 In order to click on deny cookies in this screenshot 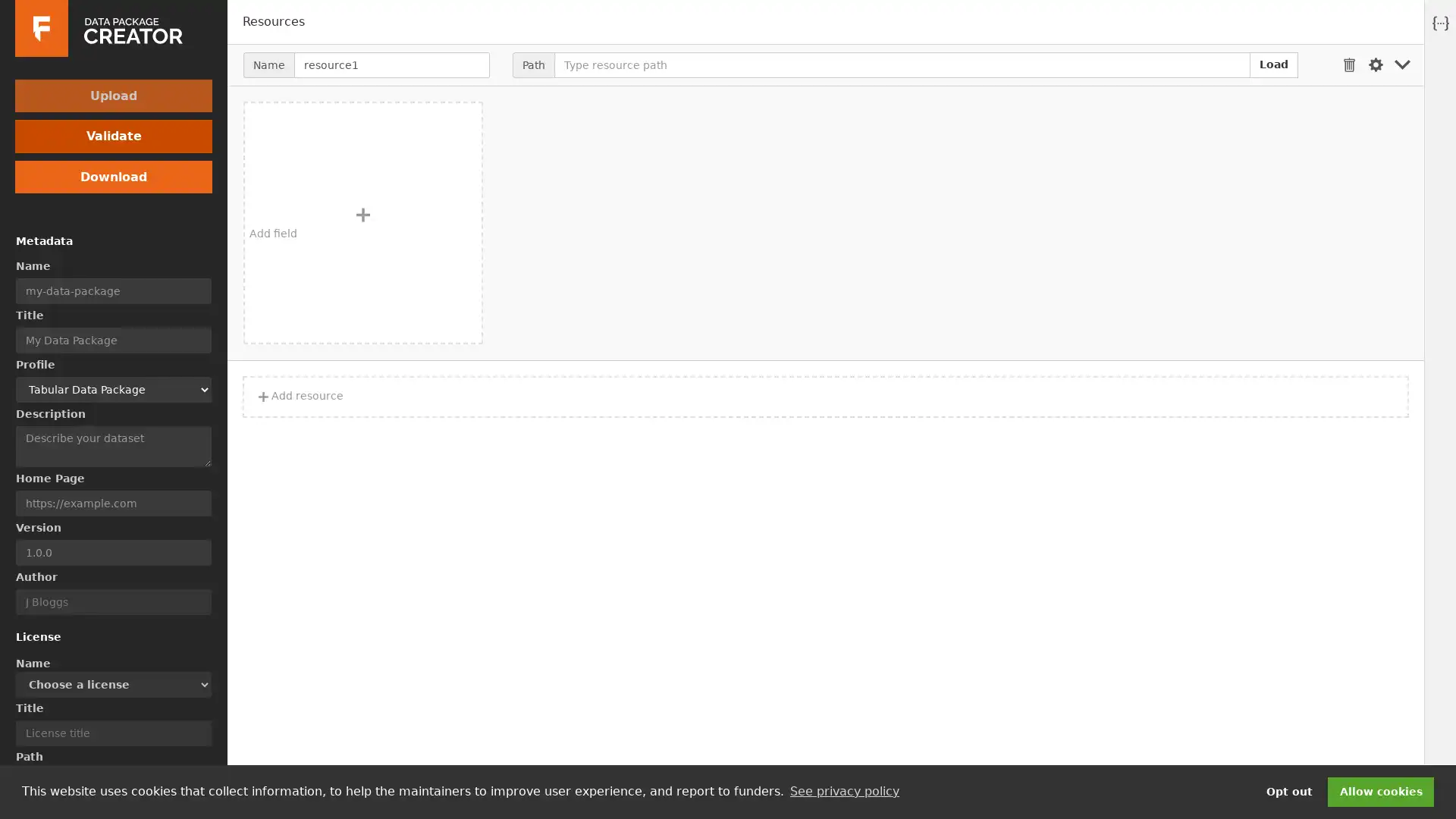, I will do `click(1288, 791)`.